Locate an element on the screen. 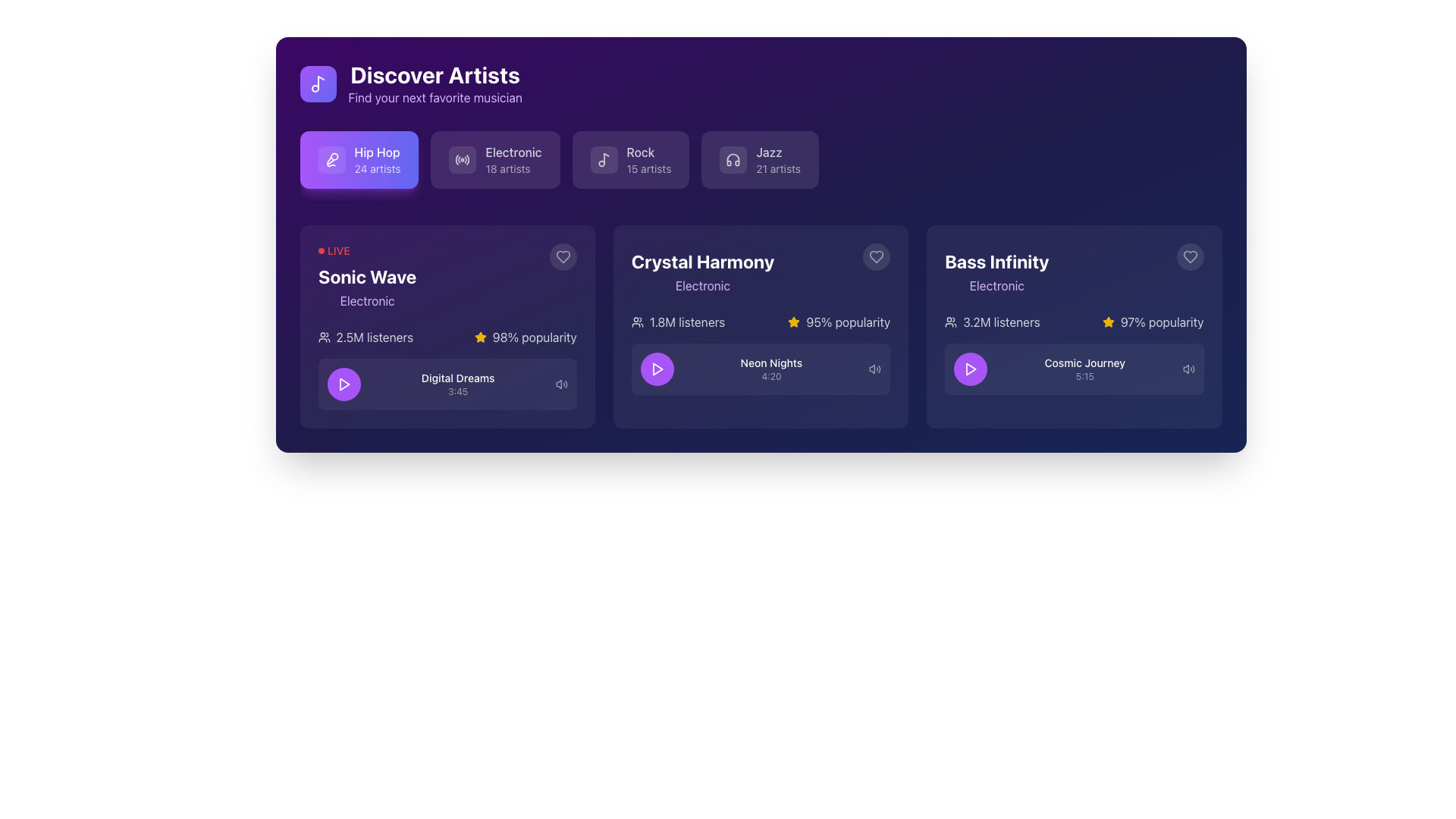 The width and height of the screenshot is (1456, 819). the text indicator '98% popularity' with the yellow star icon, found in the bottom-right of the 'Sonic Wave' card, below its title and adjacent to '2.5M listeners' is located at coordinates (526, 336).